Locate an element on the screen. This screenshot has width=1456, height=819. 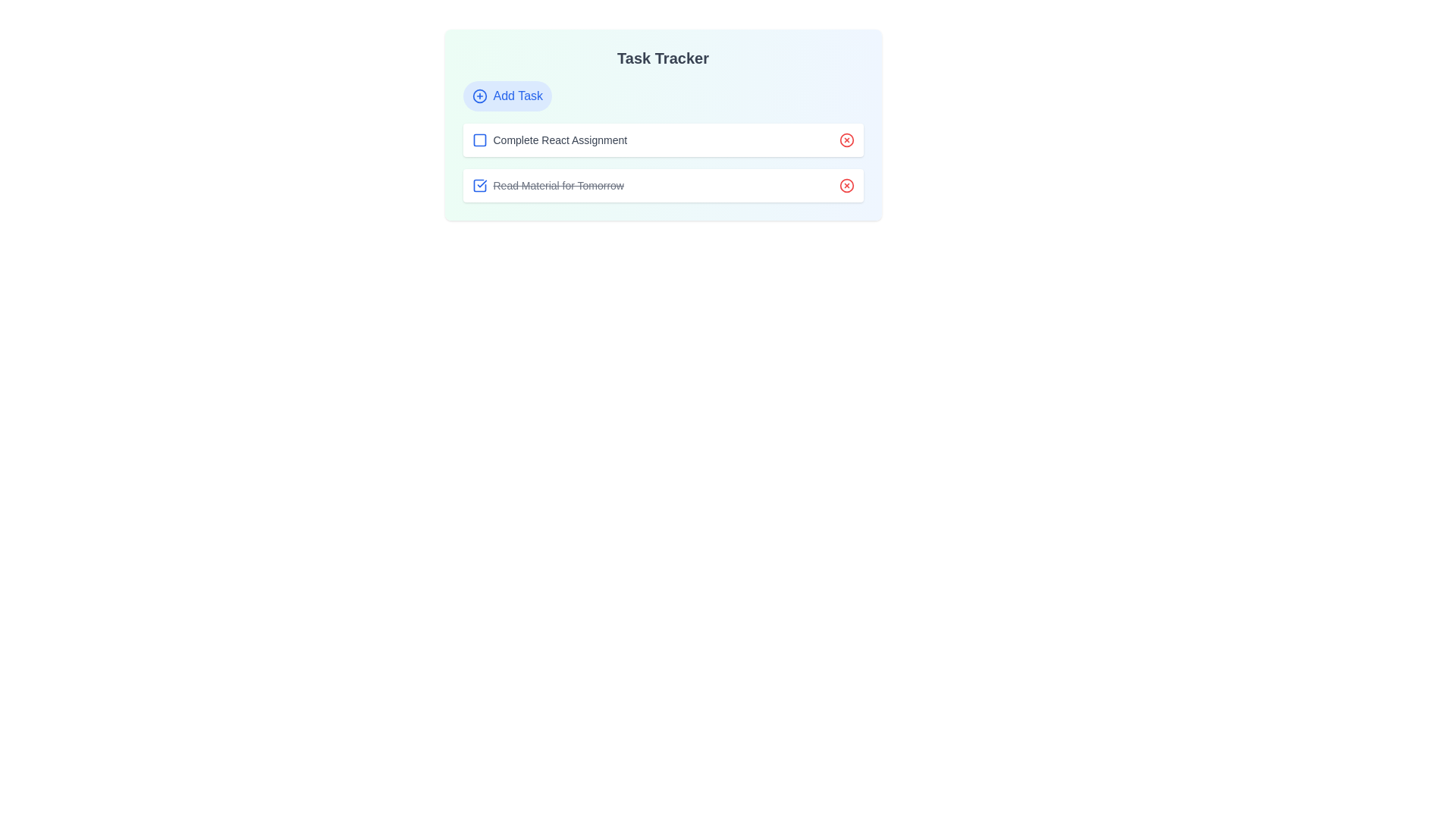
the delete button of the task with description 'Read Material for Tomorrow' is located at coordinates (846, 185).